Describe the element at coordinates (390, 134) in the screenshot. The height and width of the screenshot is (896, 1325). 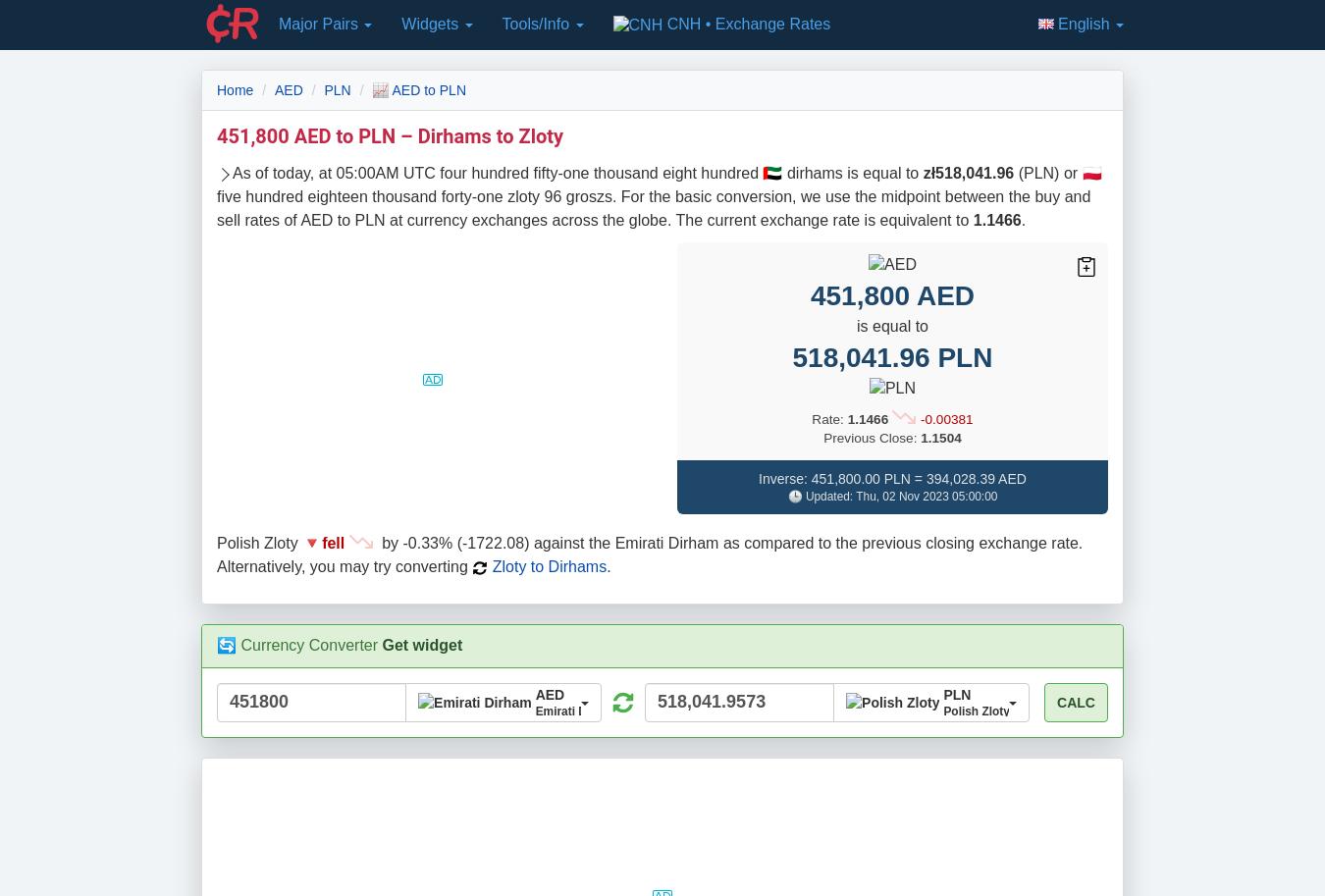
I see `'451,800 AED to PLN – Dirhams to Zloty'` at that location.